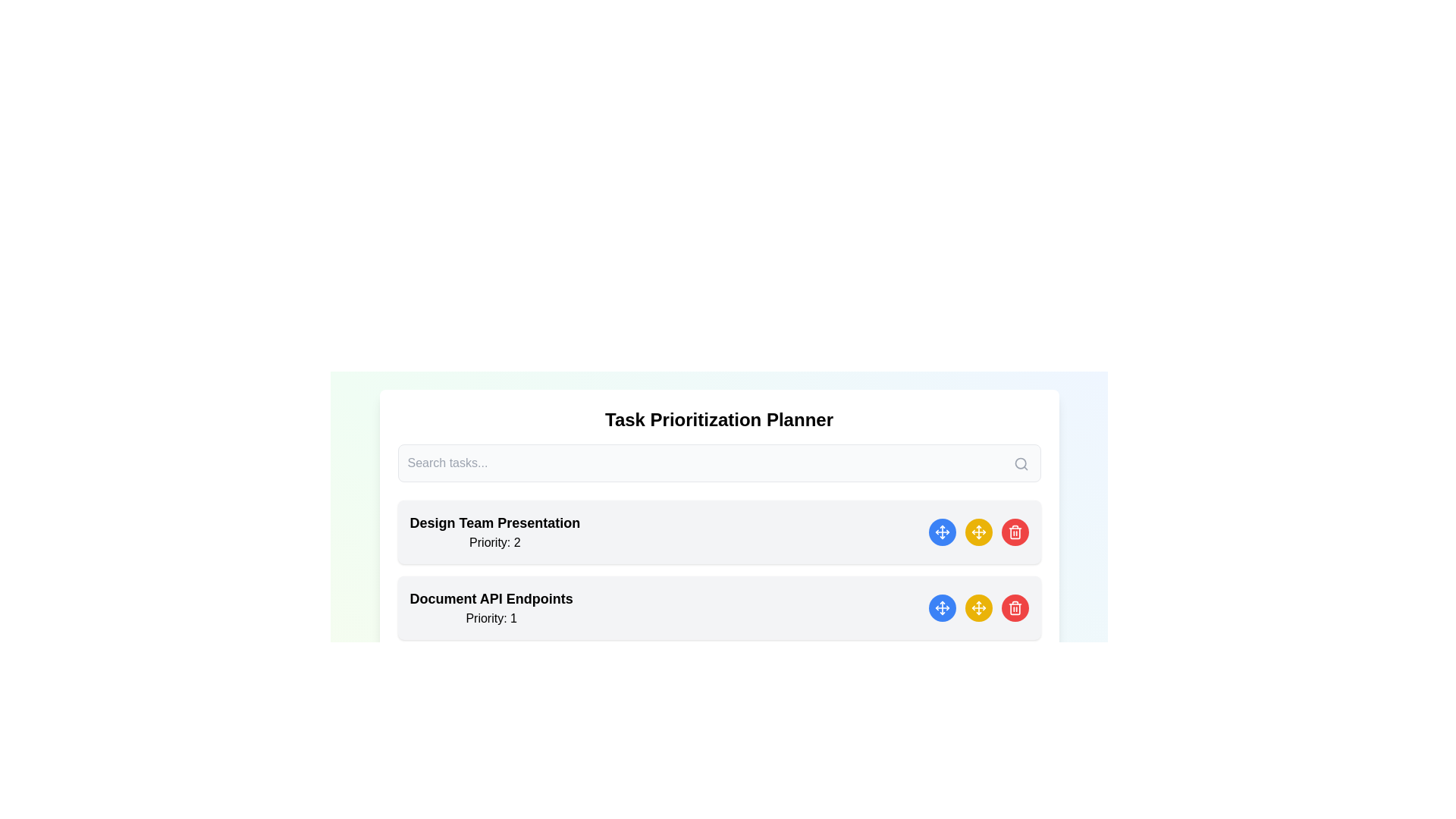 The height and width of the screenshot is (819, 1456). Describe the element at coordinates (494, 542) in the screenshot. I see `the Text label that informs the user of the priority number assigned to a task, located directly under the title 'Design Team Presentation' within the first card in the task prioritization interface` at that location.